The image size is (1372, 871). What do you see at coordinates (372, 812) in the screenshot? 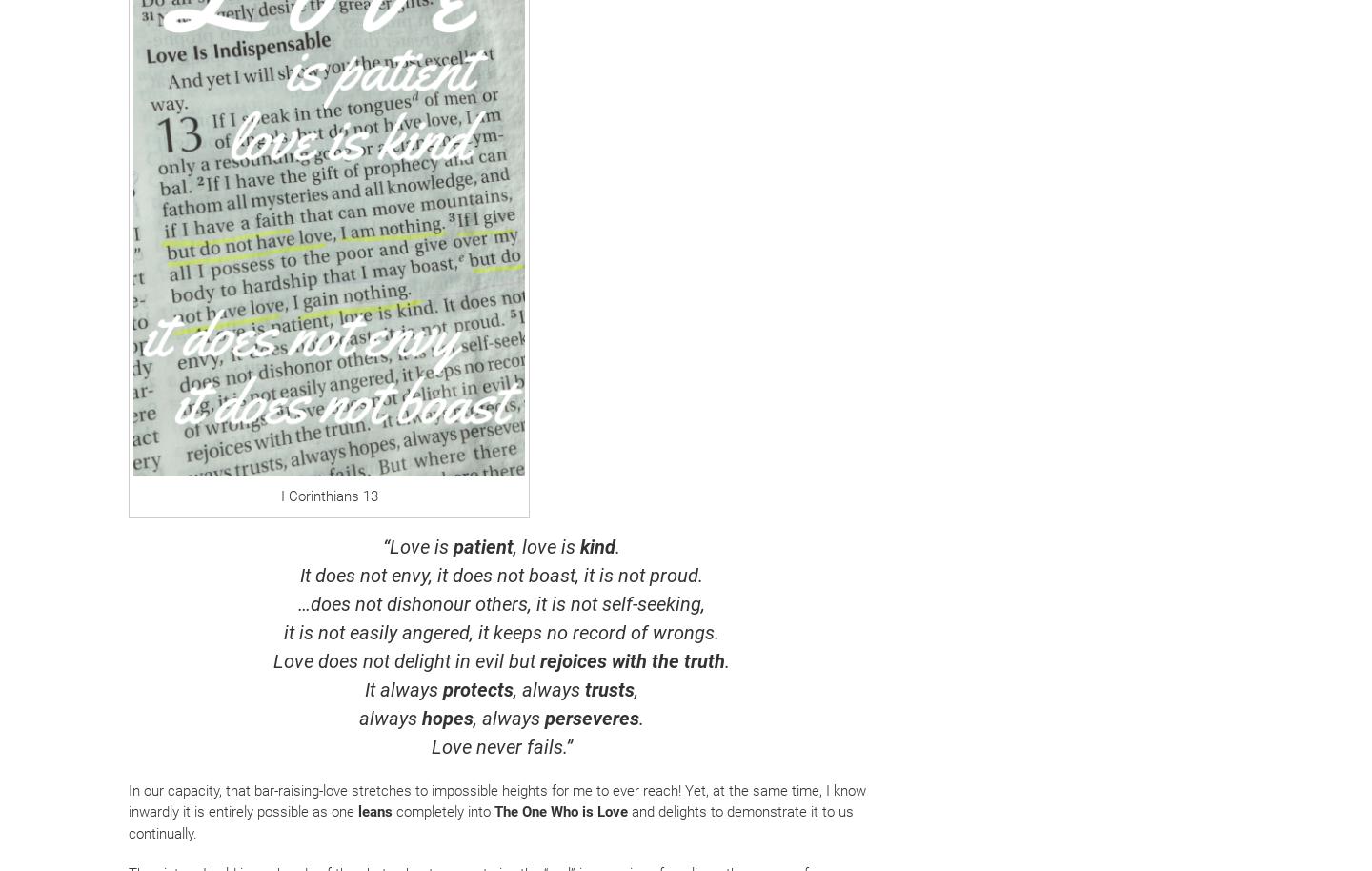
I see `'leans'` at bounding box center [372, 812].